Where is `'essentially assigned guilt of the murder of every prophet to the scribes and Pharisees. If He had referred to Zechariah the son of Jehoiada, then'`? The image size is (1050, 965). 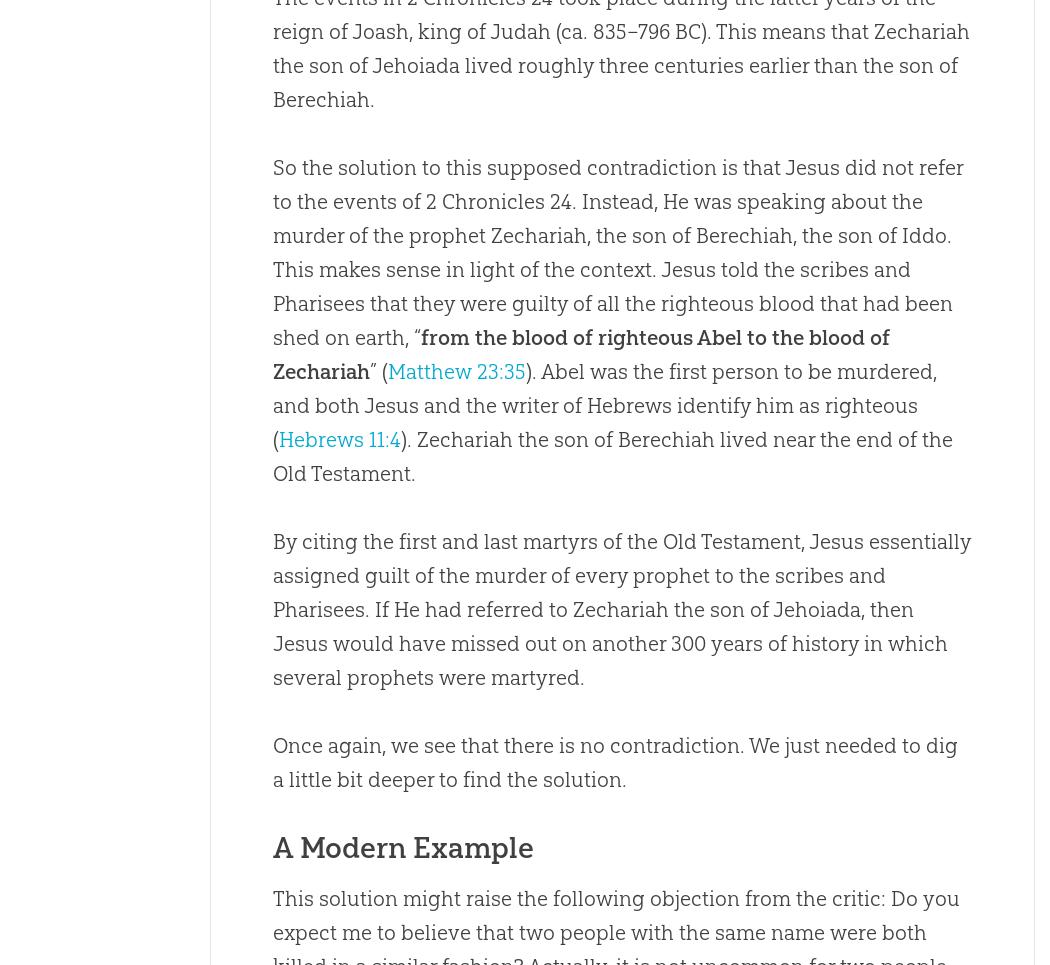
'essentially assigned guilt of the murder of every prophet to the scribes and Pharisees. If He had referred to Zechariah the son of Jehoiada, then' is located at coordinates (270, 575).